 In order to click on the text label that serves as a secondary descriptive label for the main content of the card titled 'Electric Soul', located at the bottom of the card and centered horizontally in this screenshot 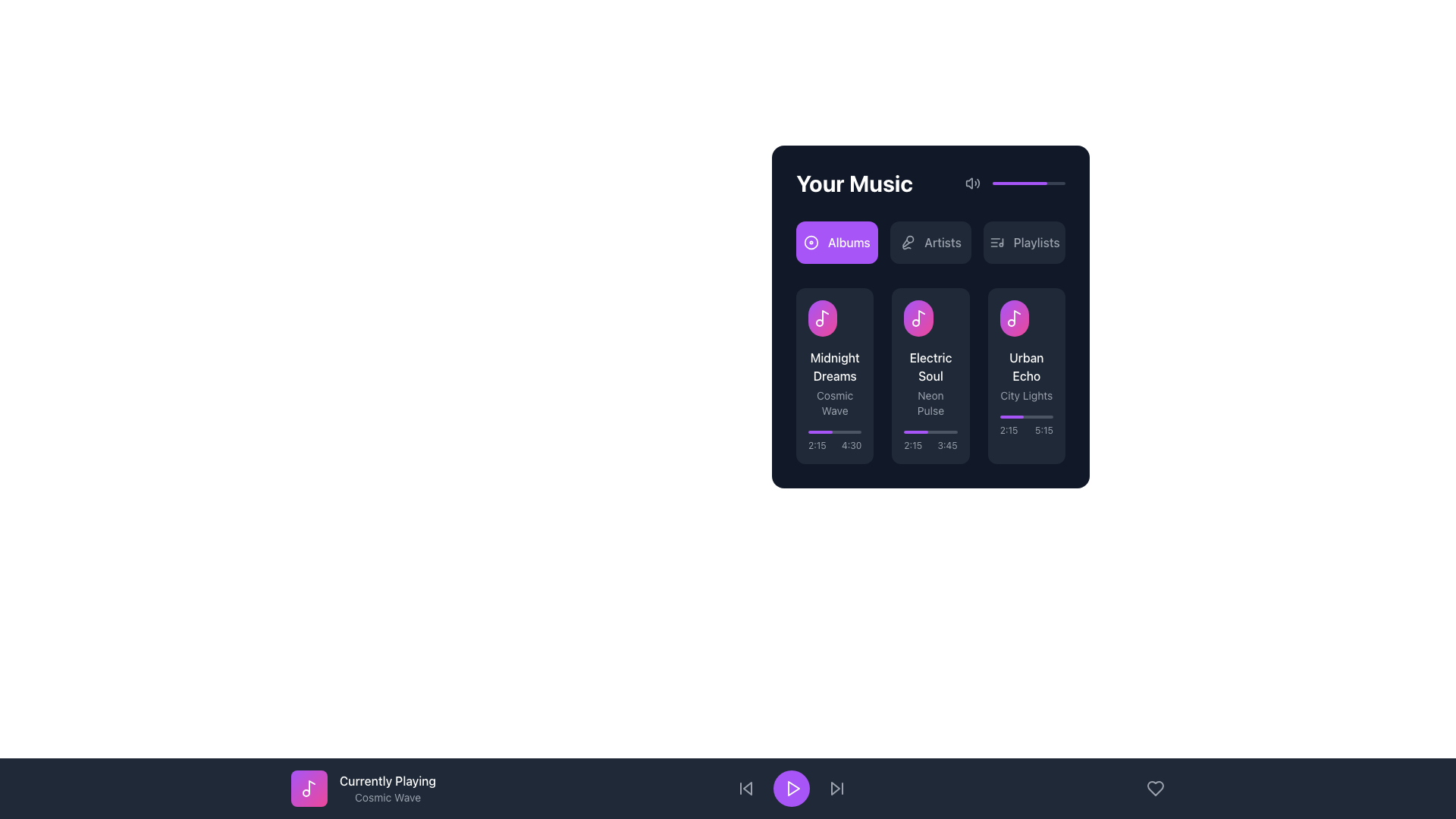, I will do `click(930, 403)`.